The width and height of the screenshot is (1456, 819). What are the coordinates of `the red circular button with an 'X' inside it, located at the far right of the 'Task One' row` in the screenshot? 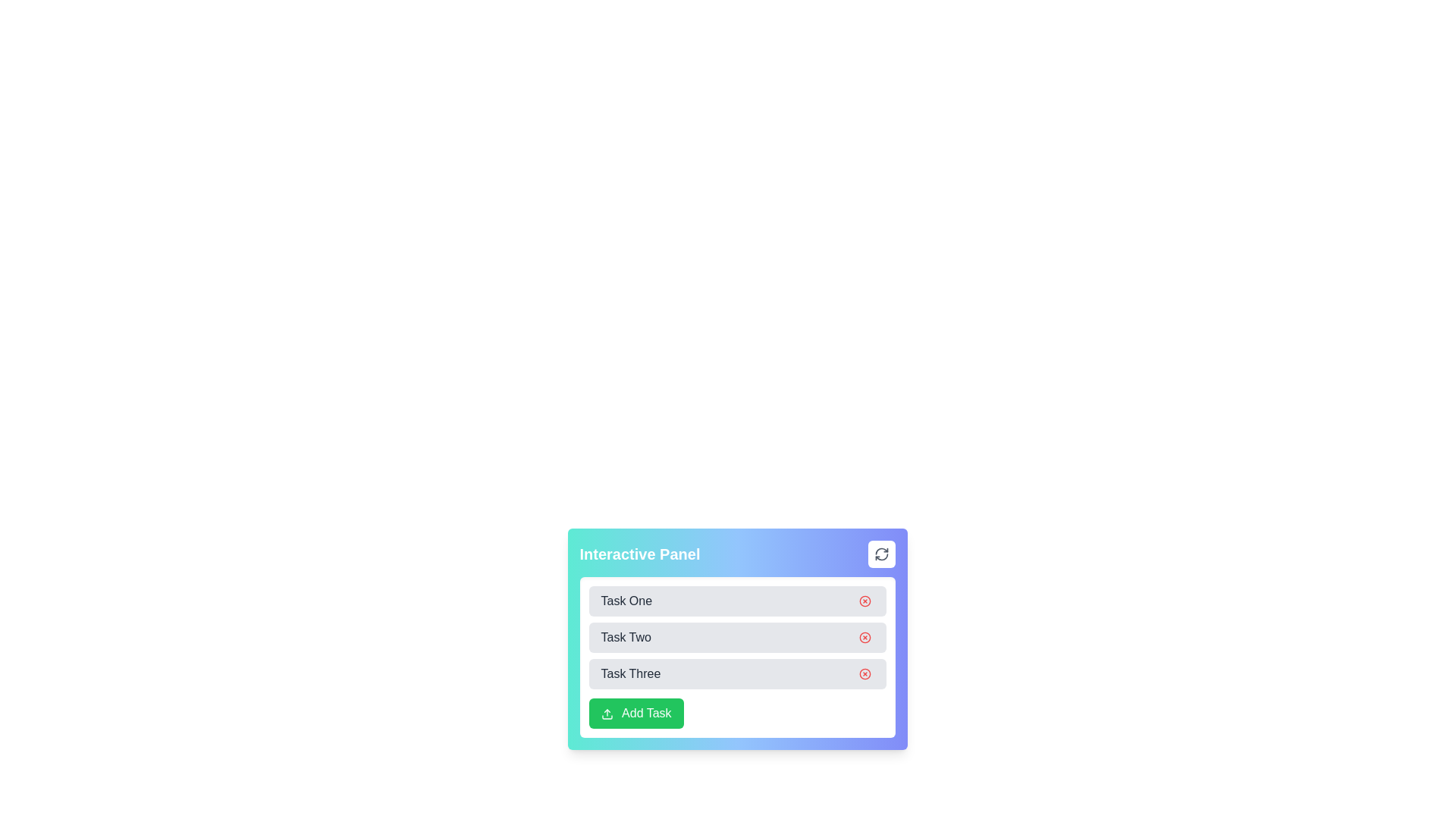 It's located at (864, 601).